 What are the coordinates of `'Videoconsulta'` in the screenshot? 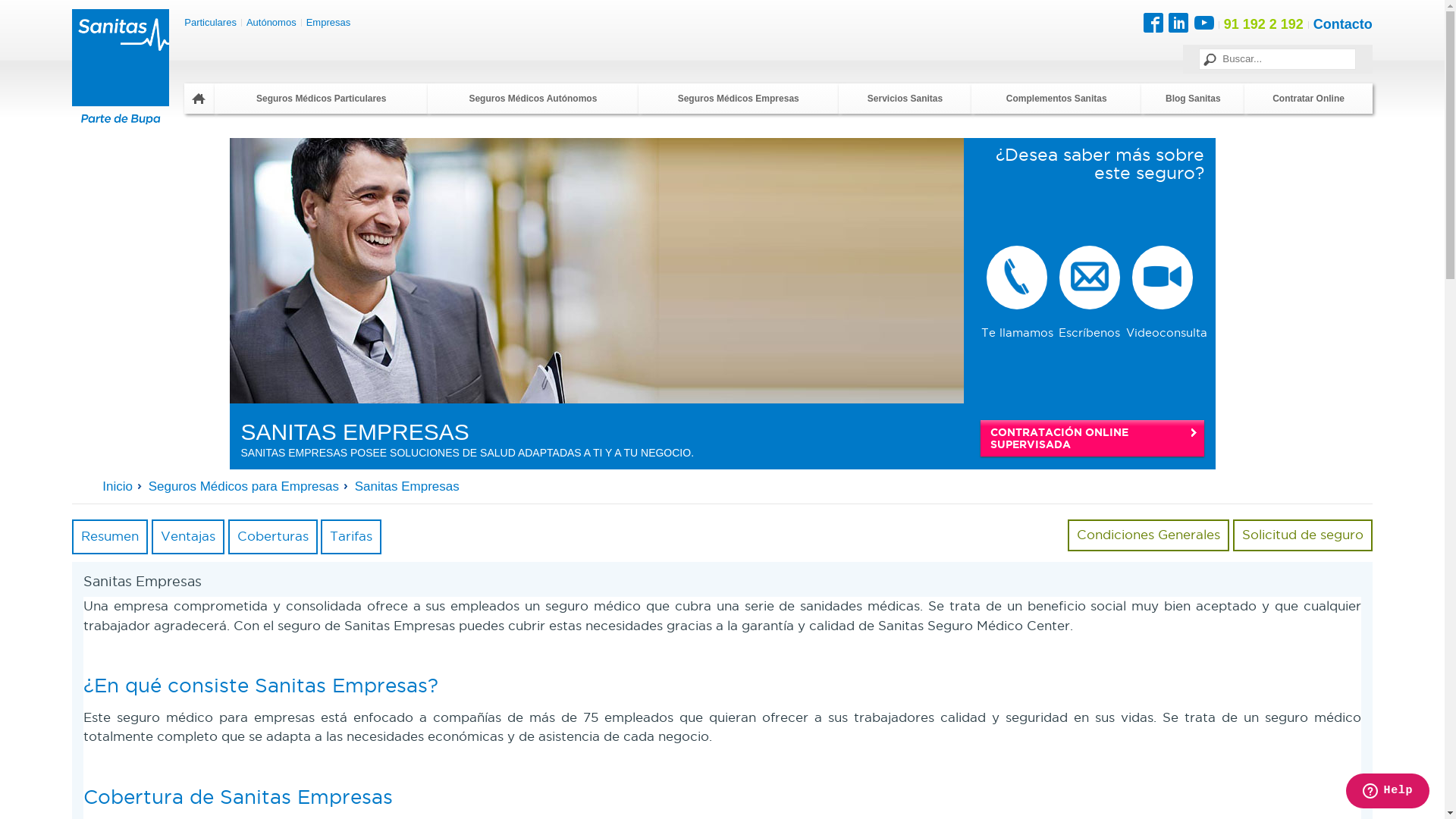 It's located at (1125, 292).